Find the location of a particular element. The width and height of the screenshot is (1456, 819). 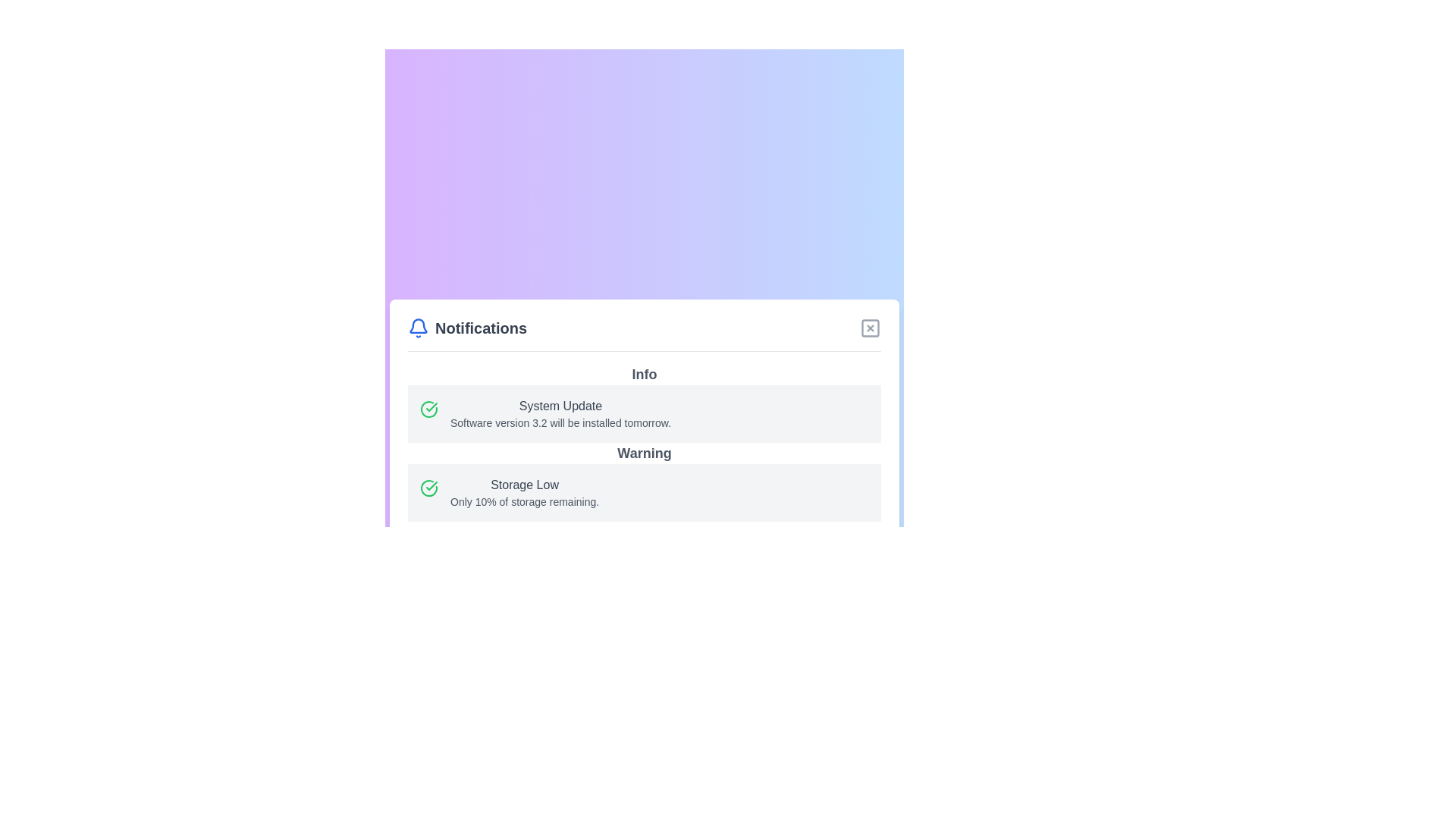

the circular icon with a checkmark inside, styled with a green outline, located to the left of the text section in the 'System Update' notification block is located at coordinates (428, 408).